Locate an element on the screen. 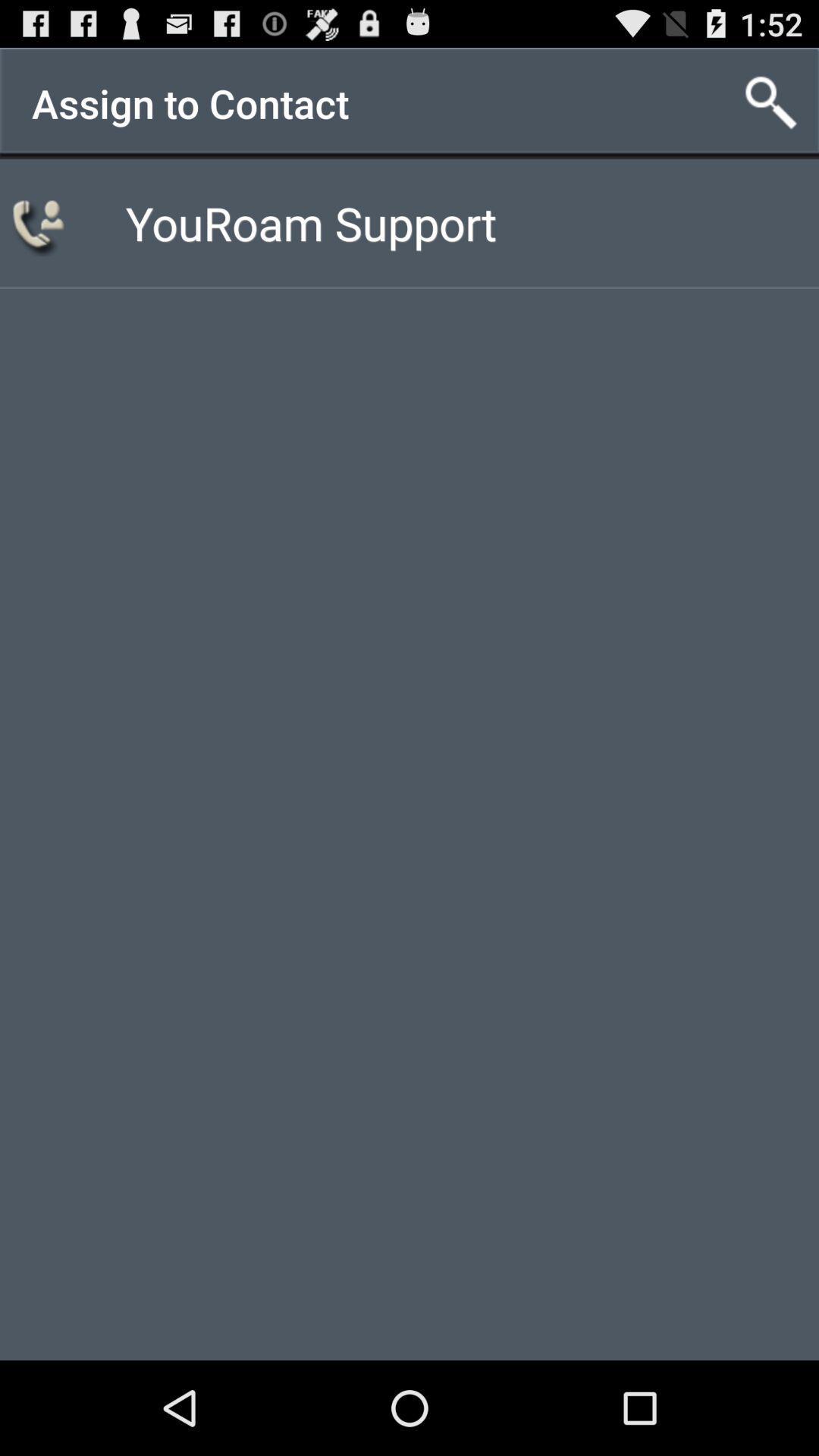  item to the left of youroam support is located at coordinates (40, 221).